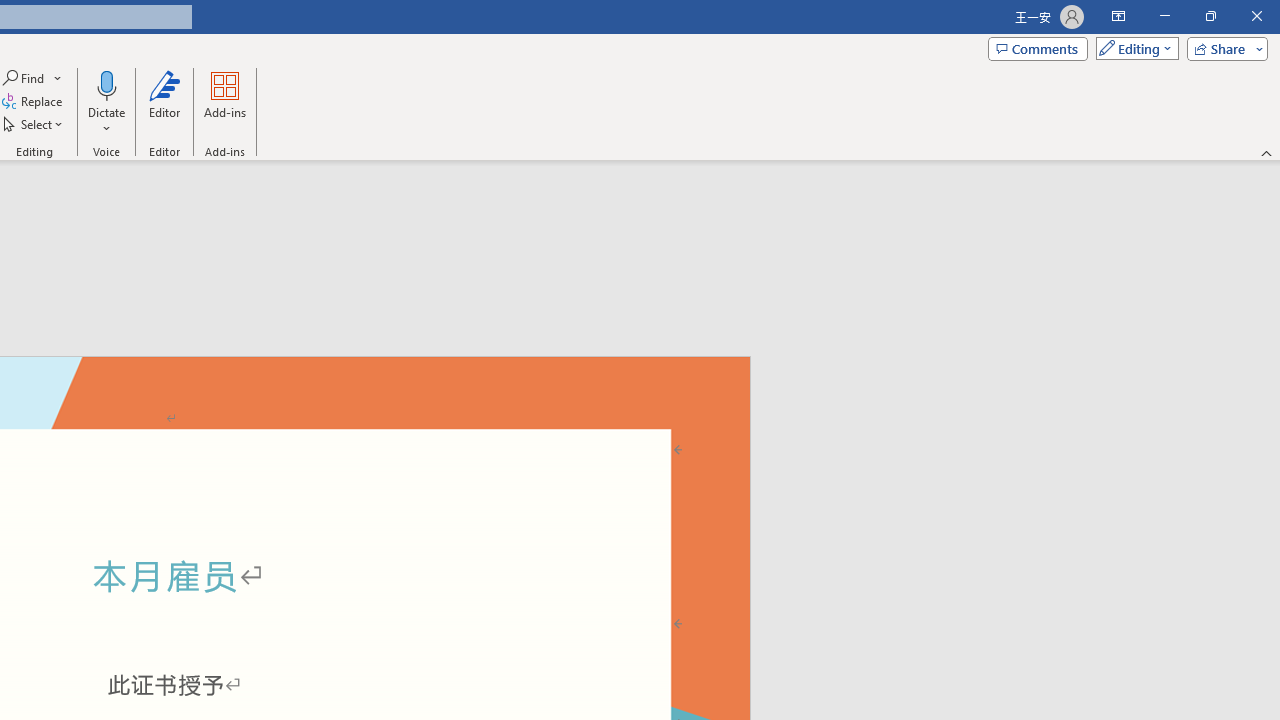 The image size is (1280, 720). What do you see at coordinates (105, 84) in the screenshot?
I see `'Dictate'` at bounding box center [105, 84].